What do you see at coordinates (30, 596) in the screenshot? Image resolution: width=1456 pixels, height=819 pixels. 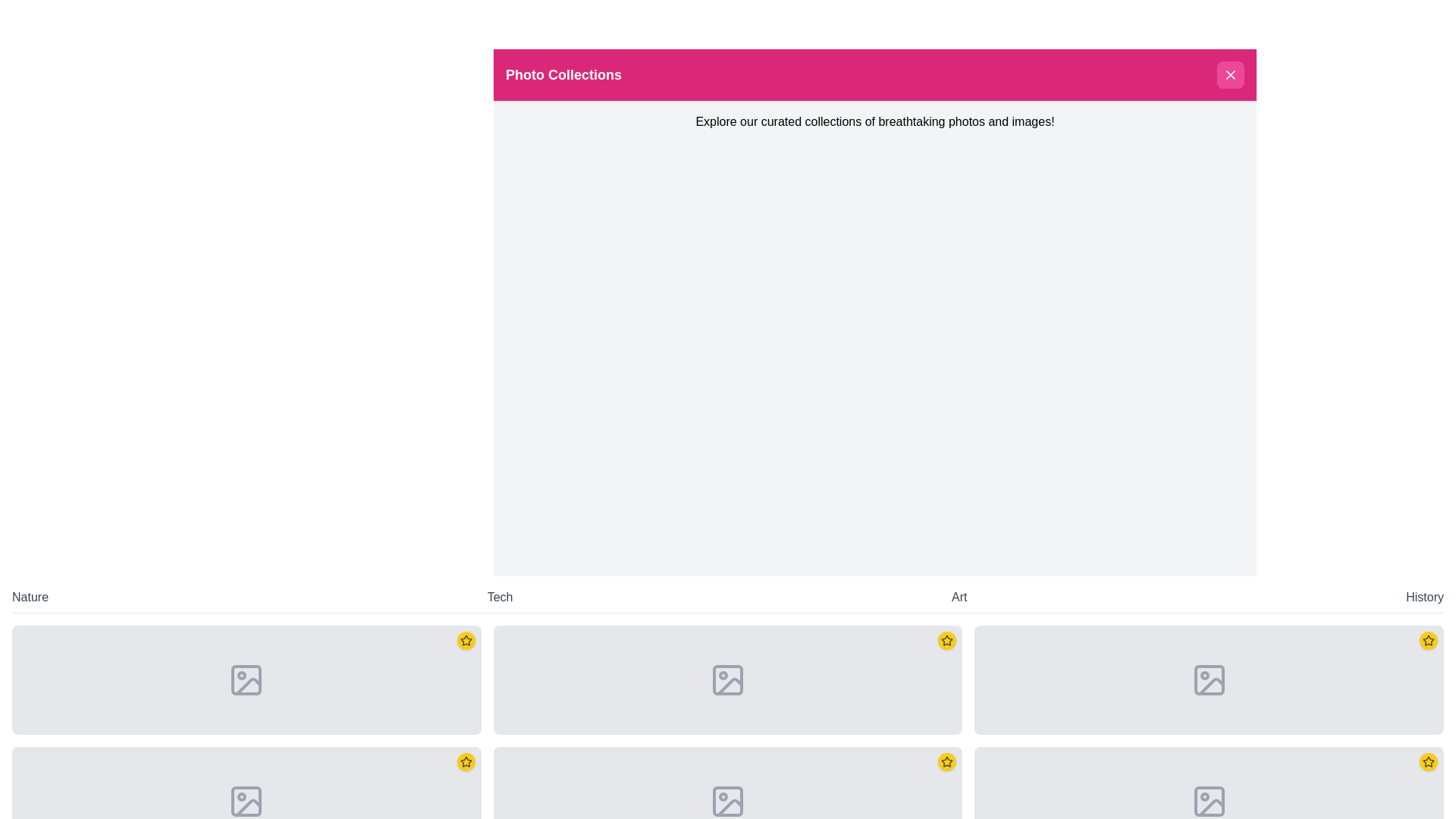 I see `the text link labeled 'Nature' in the top-left corner of the row of text links to trigger the underline effect` at bounding box center [30, 596].